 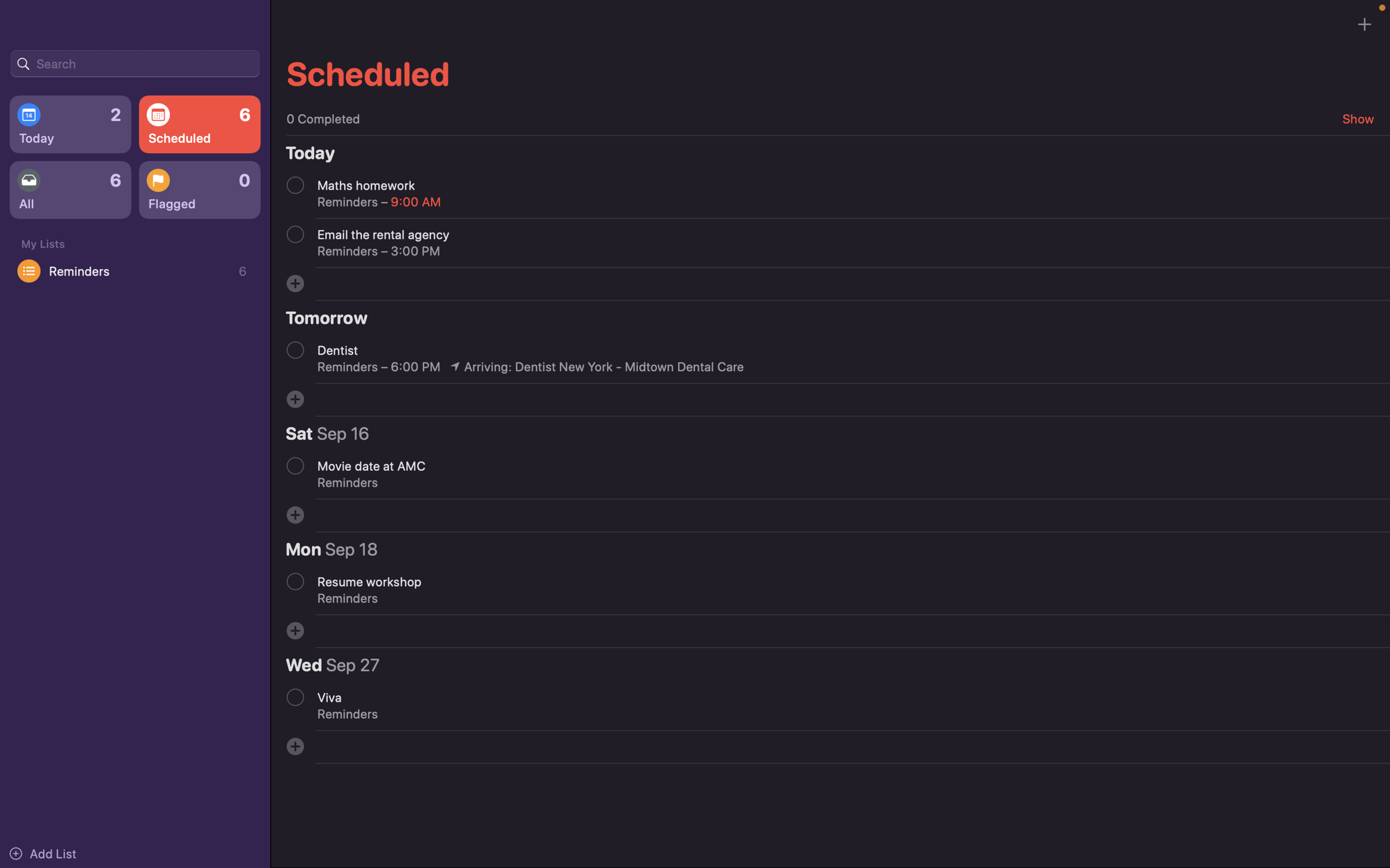 What do you see at coordinates (134, 62) in the screenshot?
I see `Search for event related to meetings` at bounding box center [134, 62].